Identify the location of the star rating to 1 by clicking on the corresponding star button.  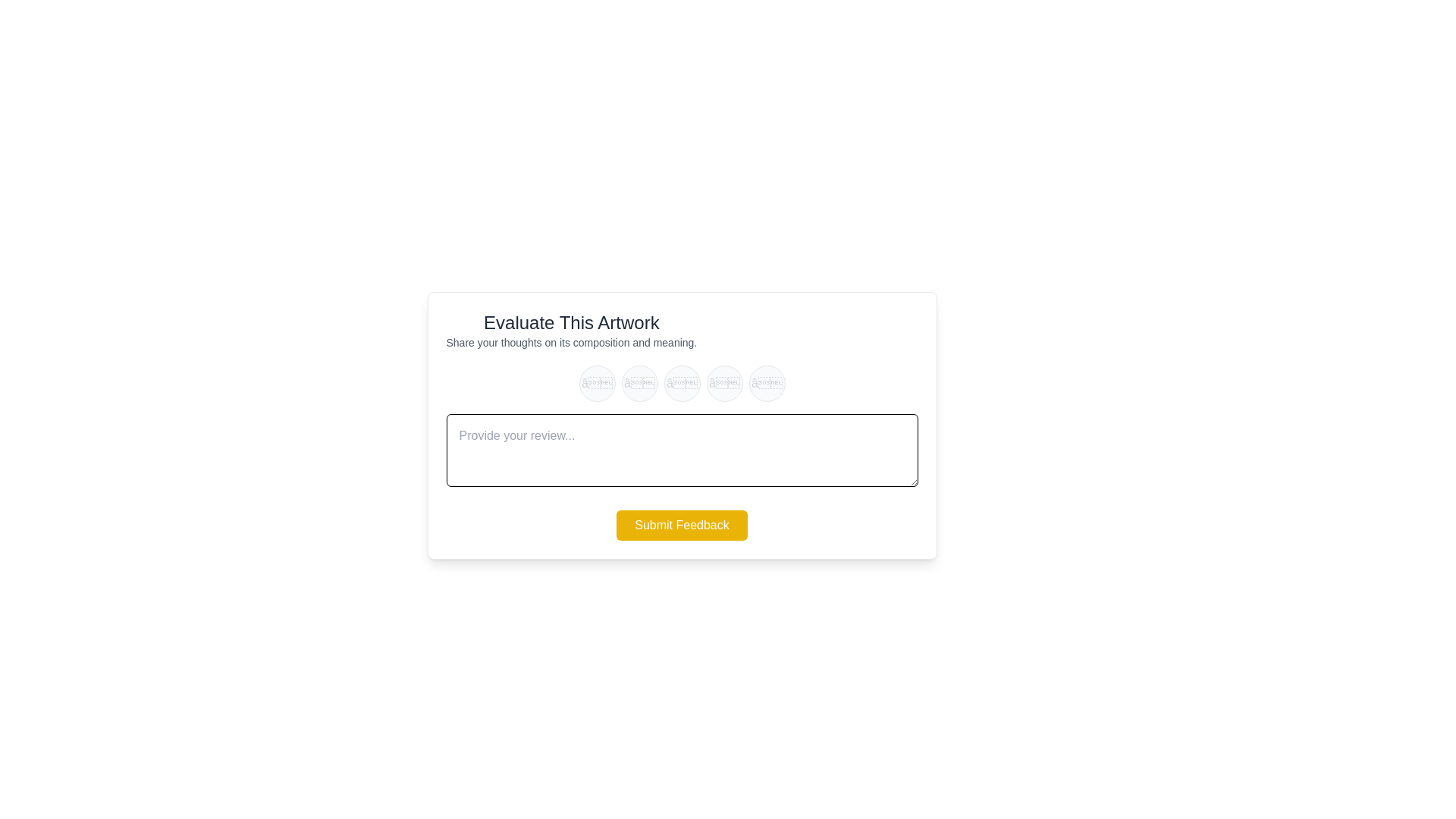
(596, 382).